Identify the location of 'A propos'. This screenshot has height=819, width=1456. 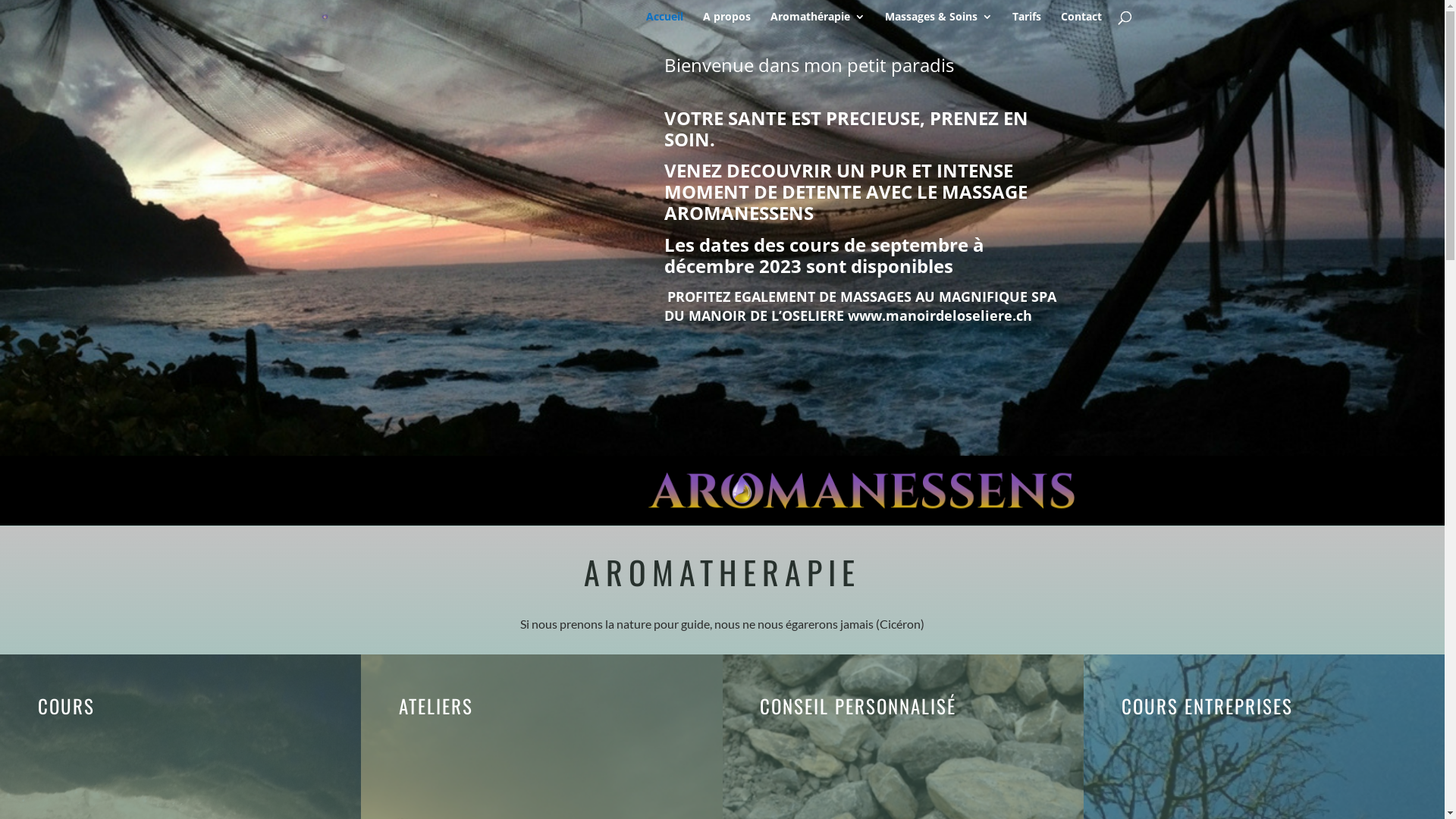
(701, 22).